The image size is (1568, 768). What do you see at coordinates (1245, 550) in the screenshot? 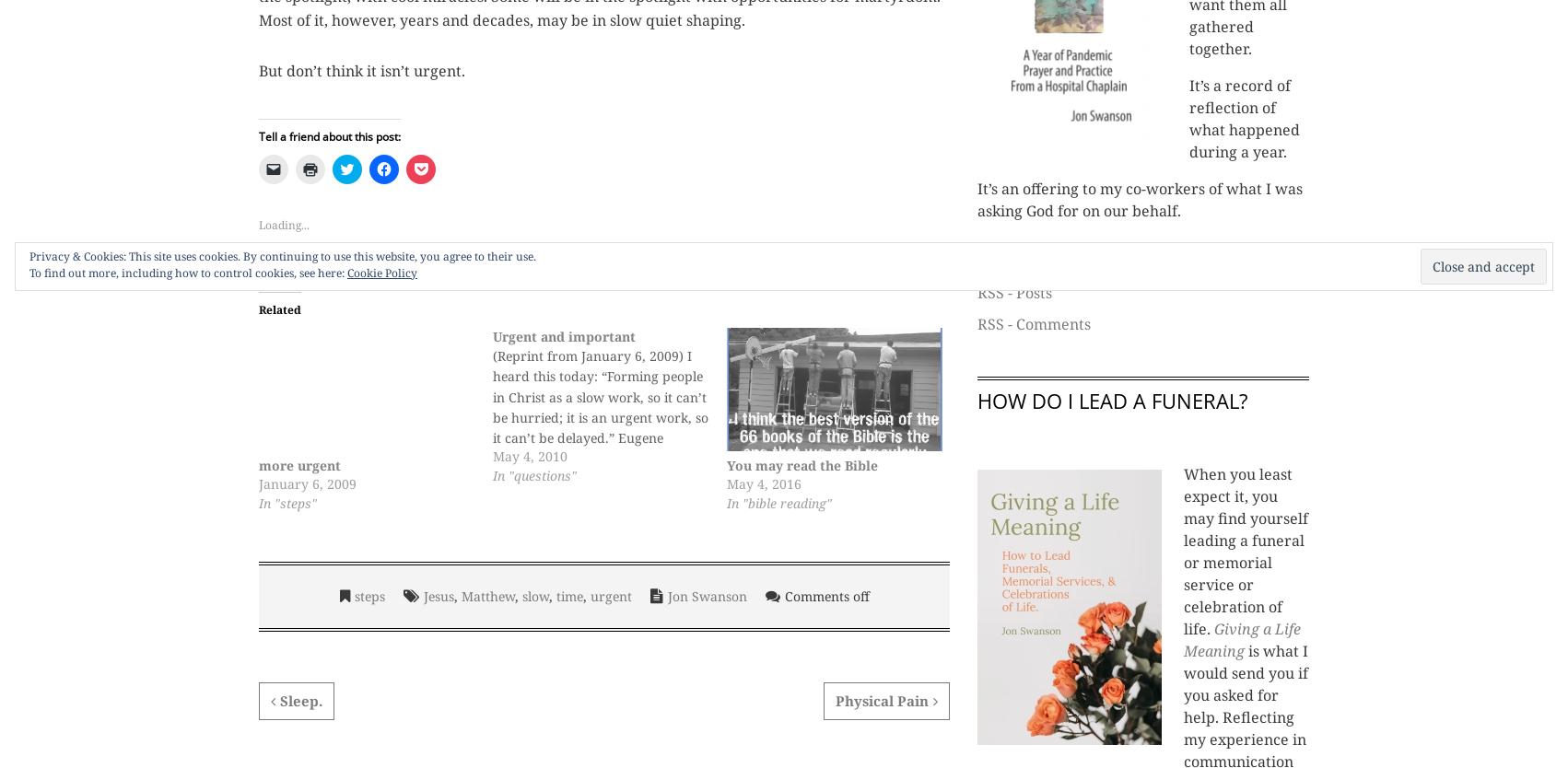
I see `'When you least expect it, you may find yourself leading a funeral or memorial service or celebration of life.'` at bounding box center [1245, 550].